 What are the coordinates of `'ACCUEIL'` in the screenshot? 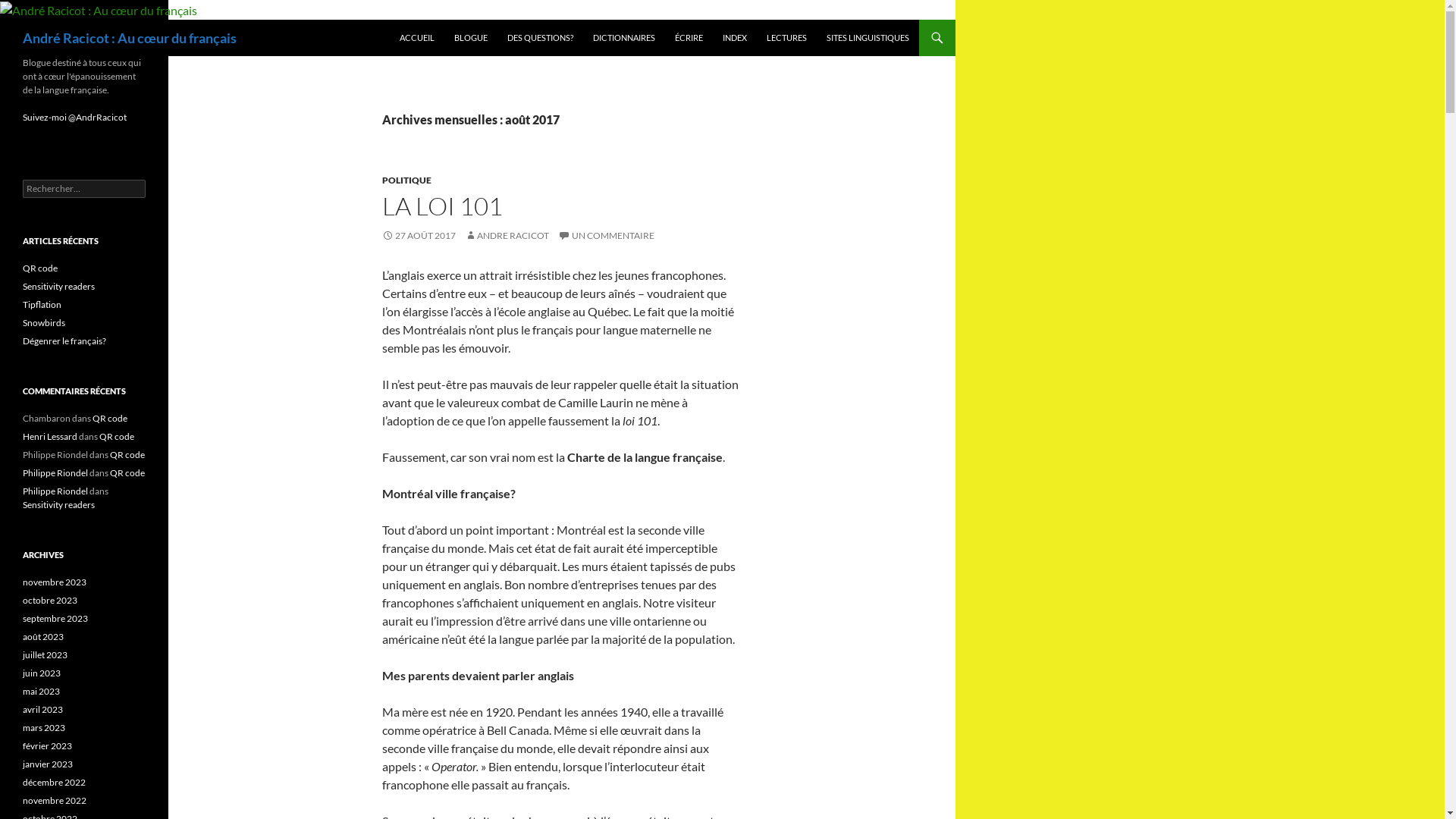 It's located at (417, 37).